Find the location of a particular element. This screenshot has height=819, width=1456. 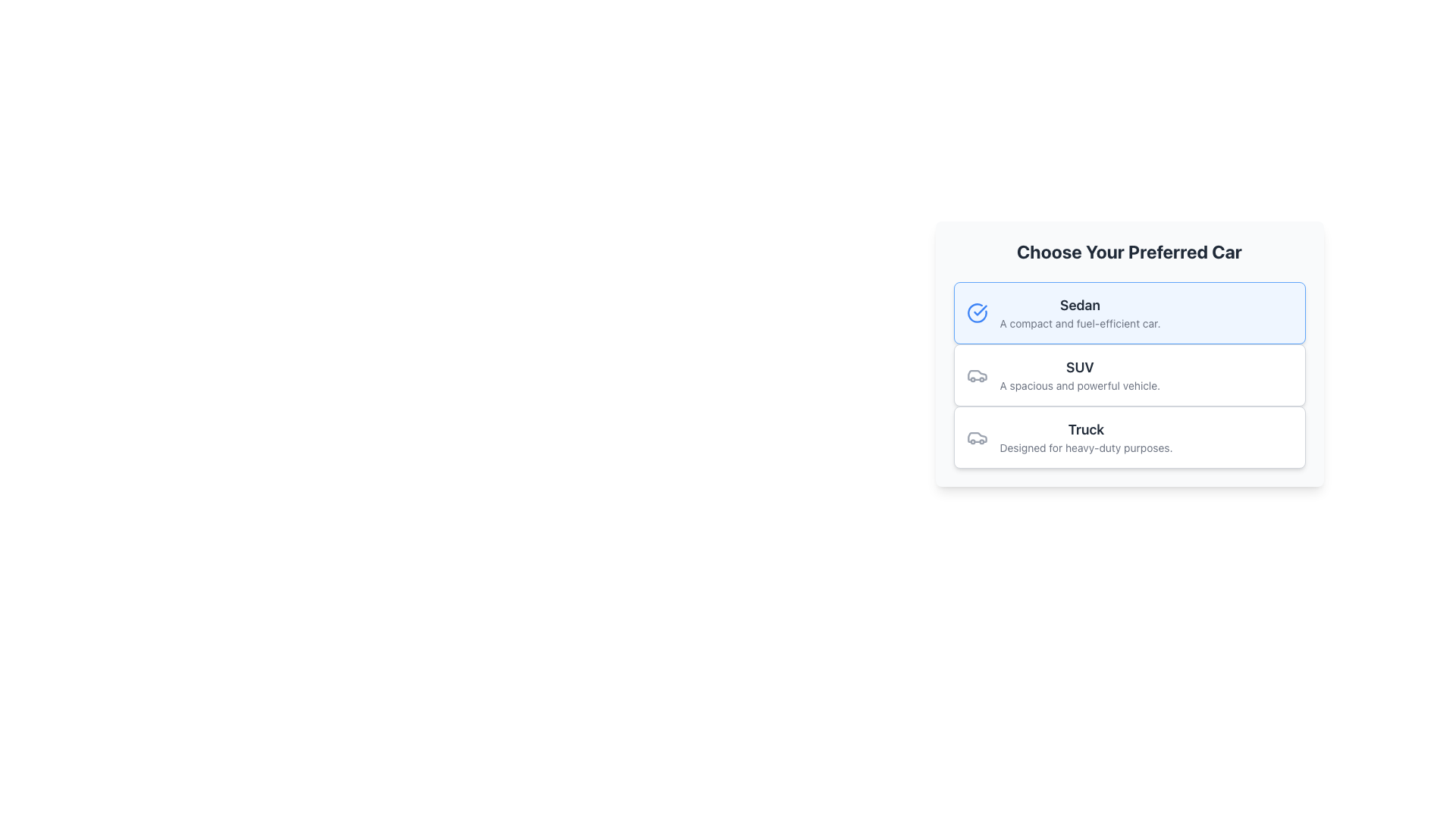

the 'Truck' selection card, which is the third item in the vertically stacked collection of cards under the 'Choose Your Preferred Car' section is located at coordinates (1129, 438).